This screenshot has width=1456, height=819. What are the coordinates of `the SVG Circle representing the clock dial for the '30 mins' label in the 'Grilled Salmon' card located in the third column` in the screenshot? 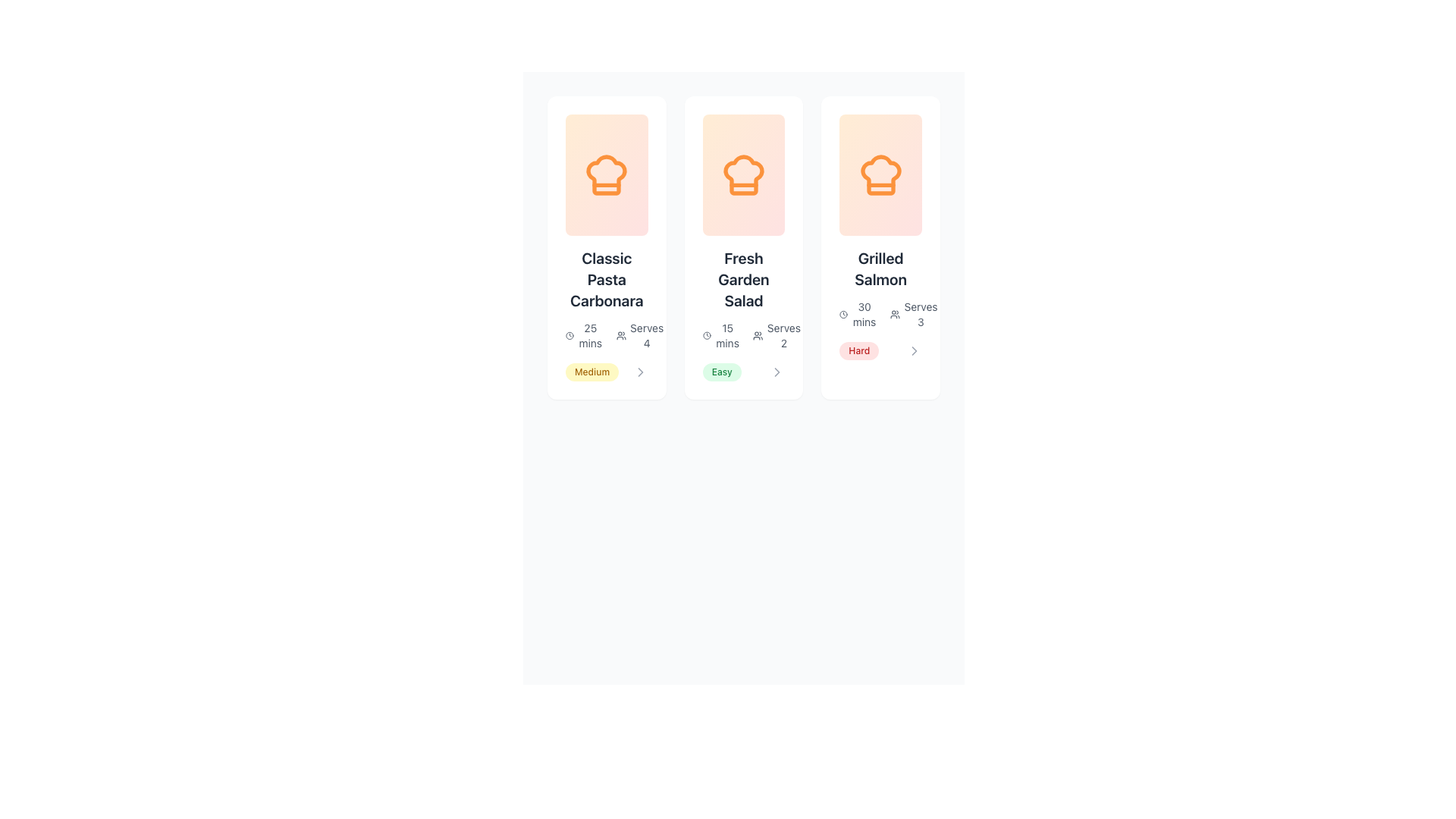 It's located at (843, 314).